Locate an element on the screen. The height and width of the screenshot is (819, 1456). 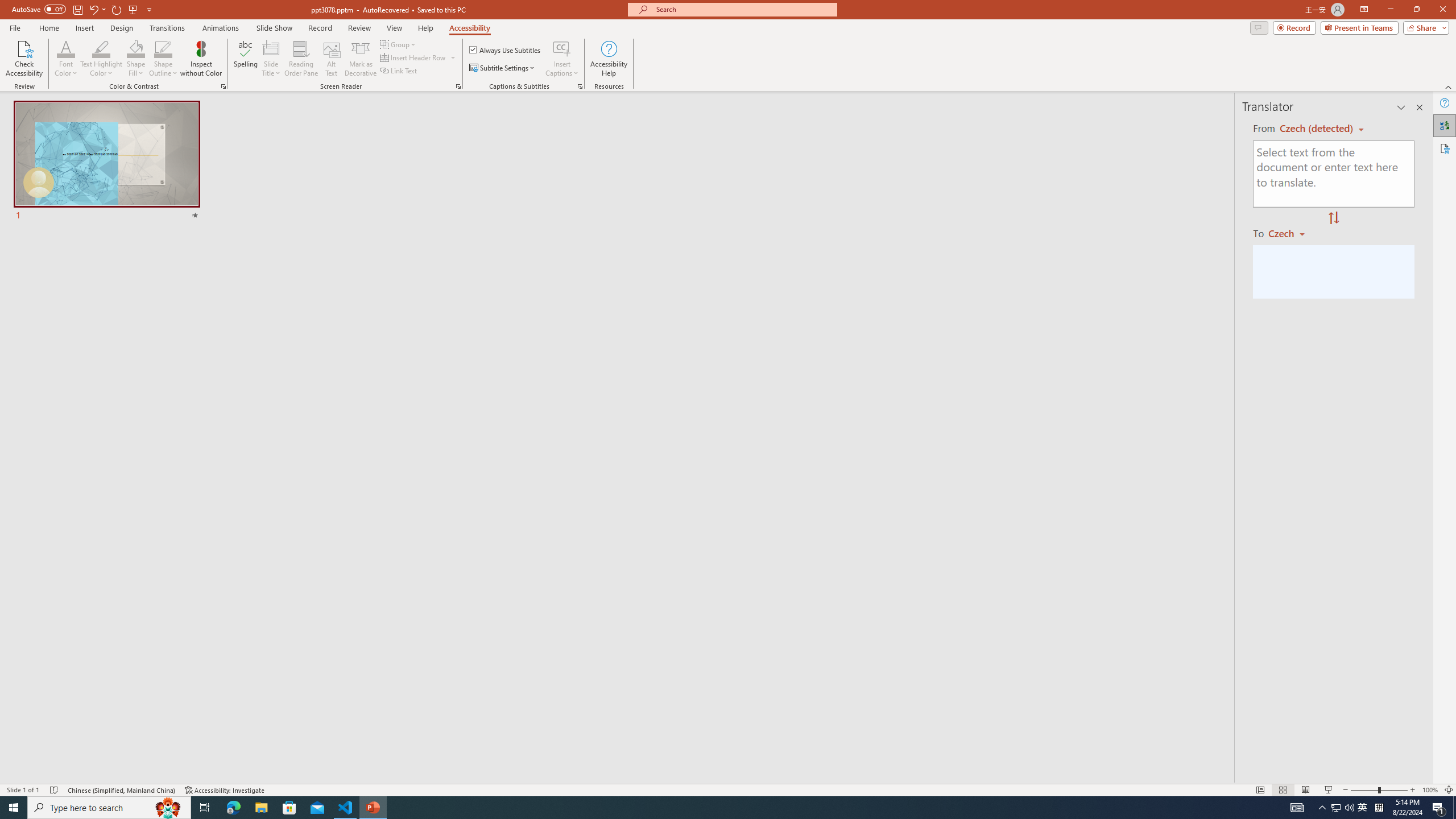
'Captions & Subtitles' is located at coordinates (580, 85).